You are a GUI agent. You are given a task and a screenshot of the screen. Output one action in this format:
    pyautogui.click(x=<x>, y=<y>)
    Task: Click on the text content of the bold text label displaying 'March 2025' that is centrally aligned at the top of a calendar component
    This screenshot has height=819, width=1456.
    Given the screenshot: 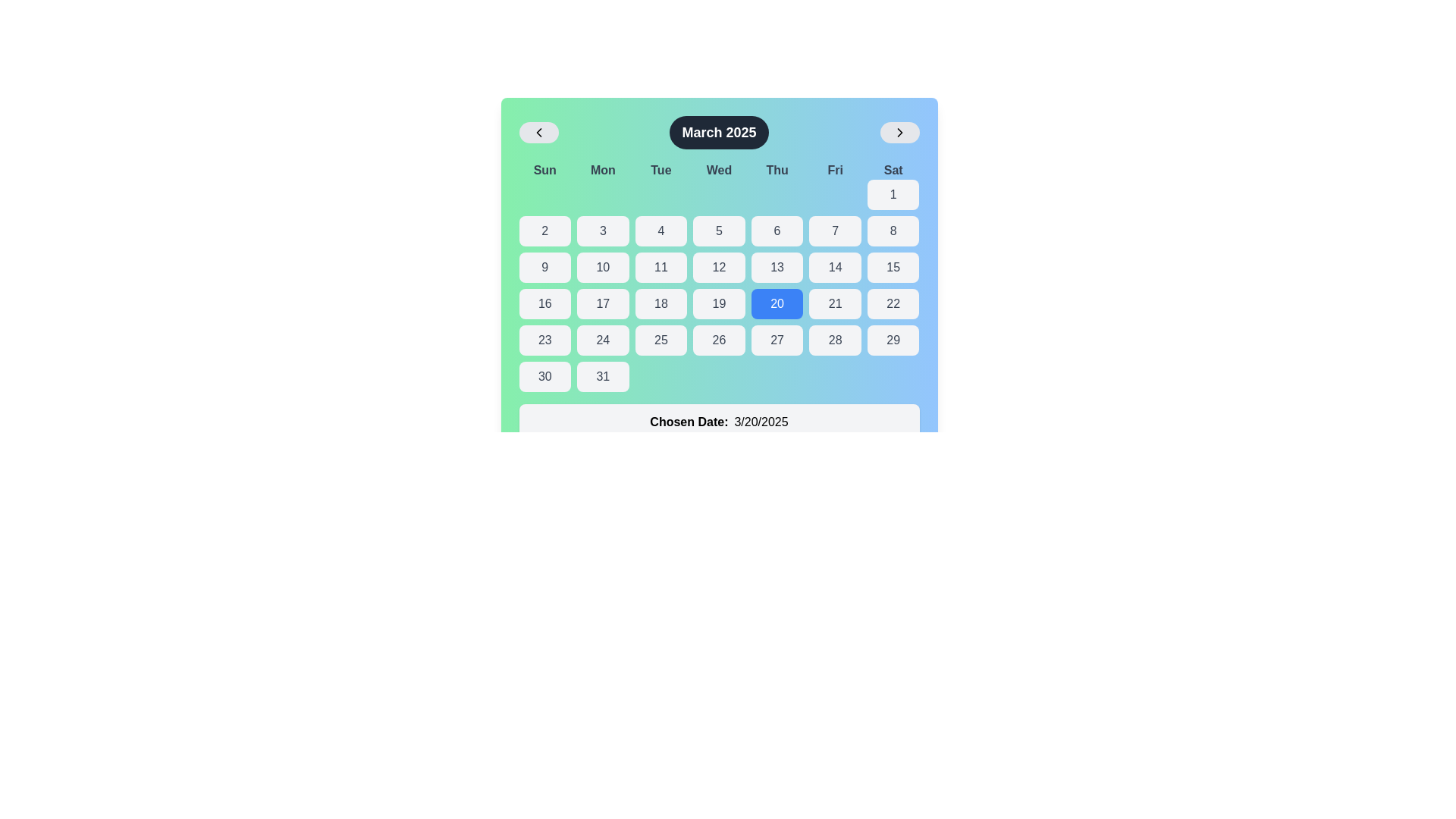 What is the action you would take?
    pyautogui.click(x=718, y=131)
    